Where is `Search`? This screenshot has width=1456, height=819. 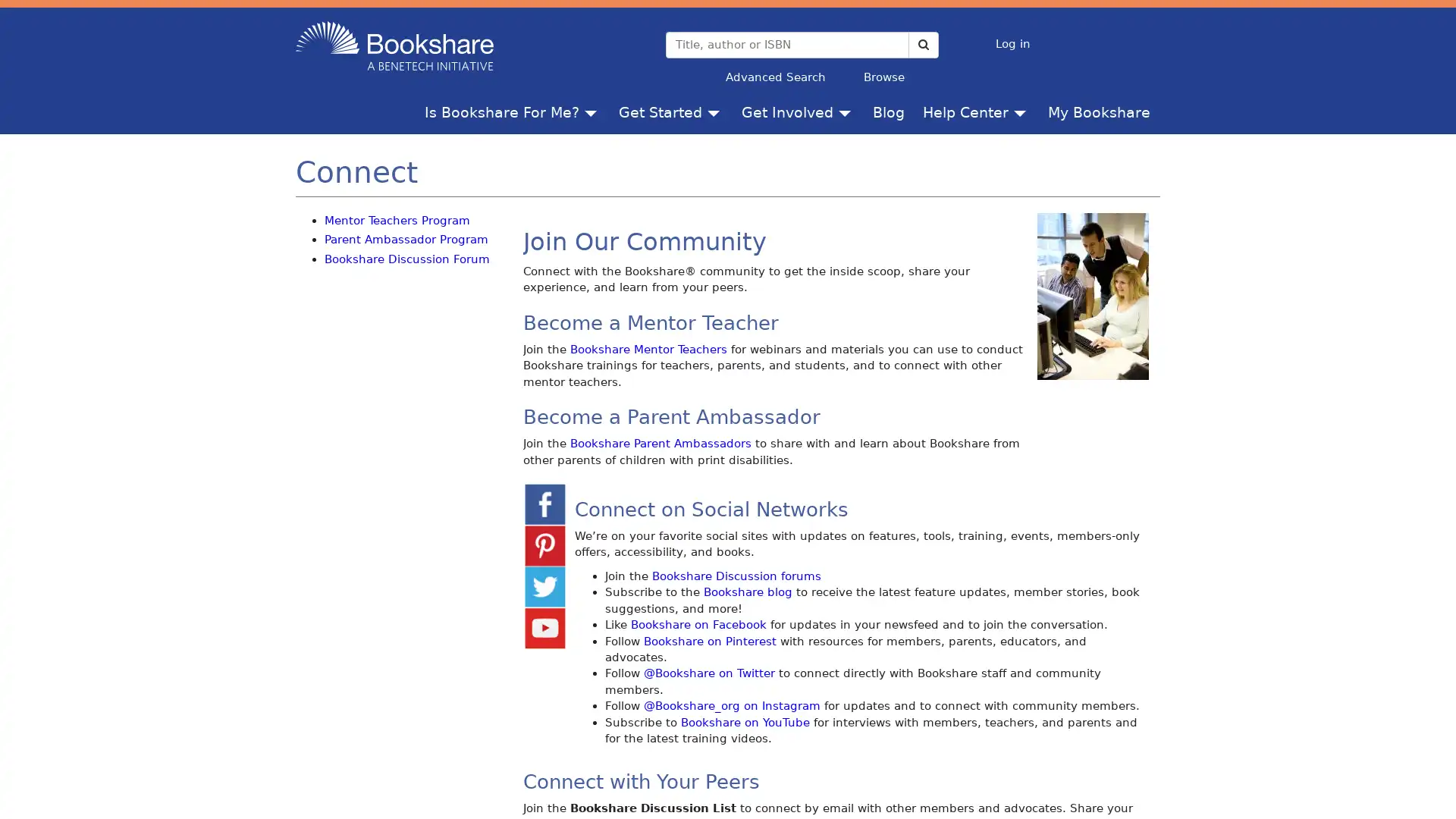 Search is located at coordinates (922, 43).